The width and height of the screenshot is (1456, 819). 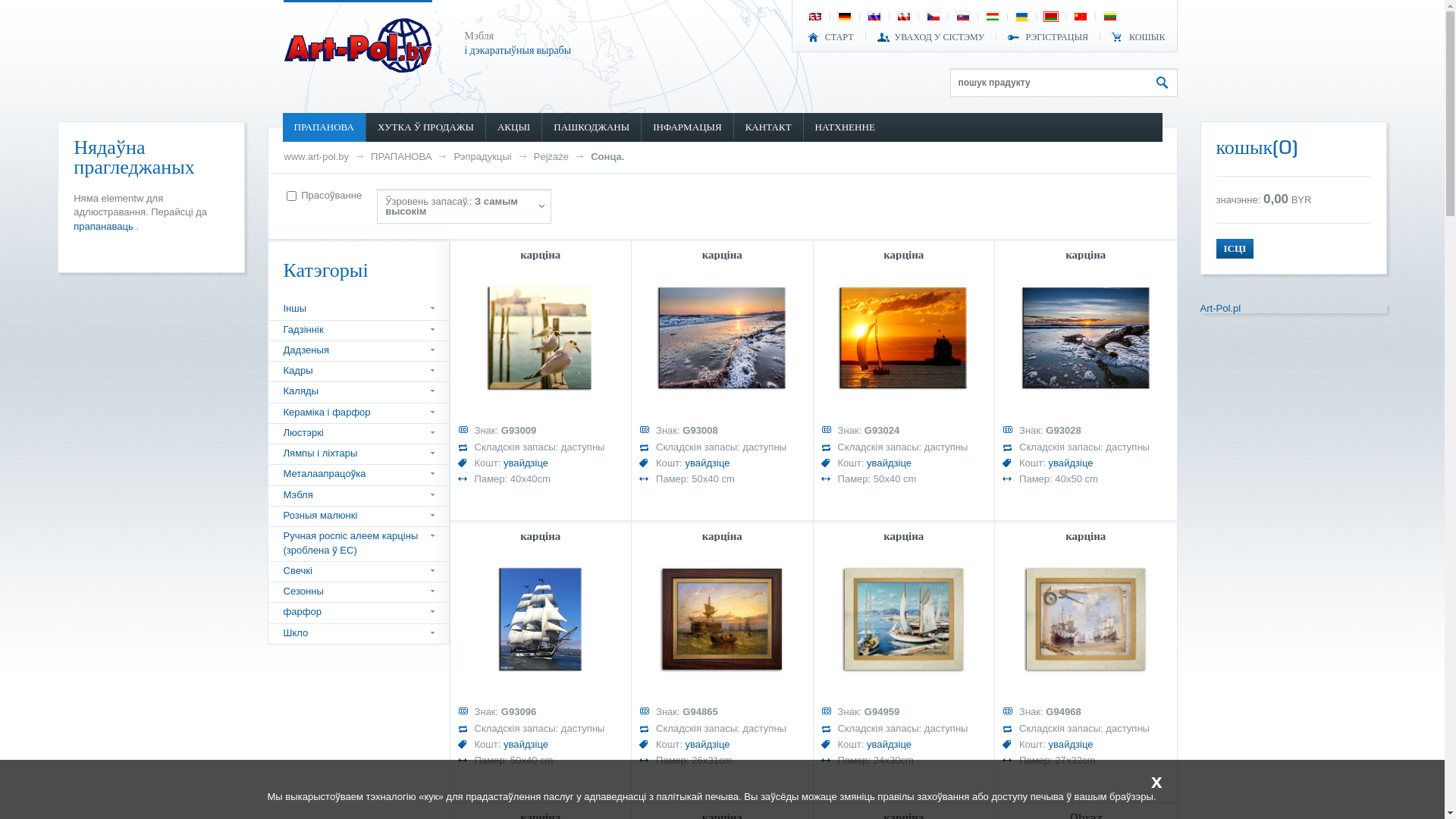 I want to click on 'ru', so click(x=874, y=17).